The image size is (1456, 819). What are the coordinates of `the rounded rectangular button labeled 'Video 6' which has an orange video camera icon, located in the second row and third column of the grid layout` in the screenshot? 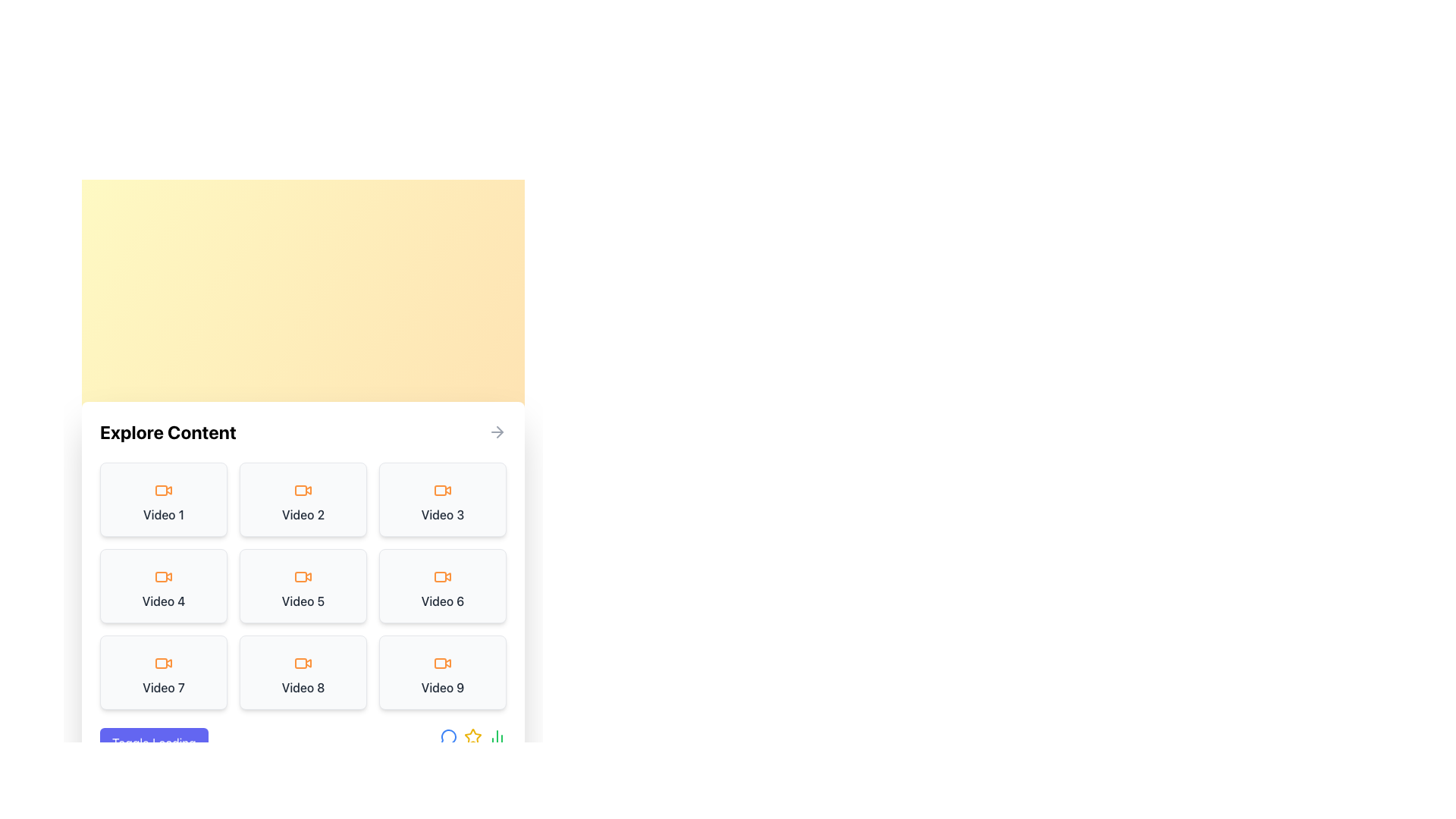 It's located at (442, 585).